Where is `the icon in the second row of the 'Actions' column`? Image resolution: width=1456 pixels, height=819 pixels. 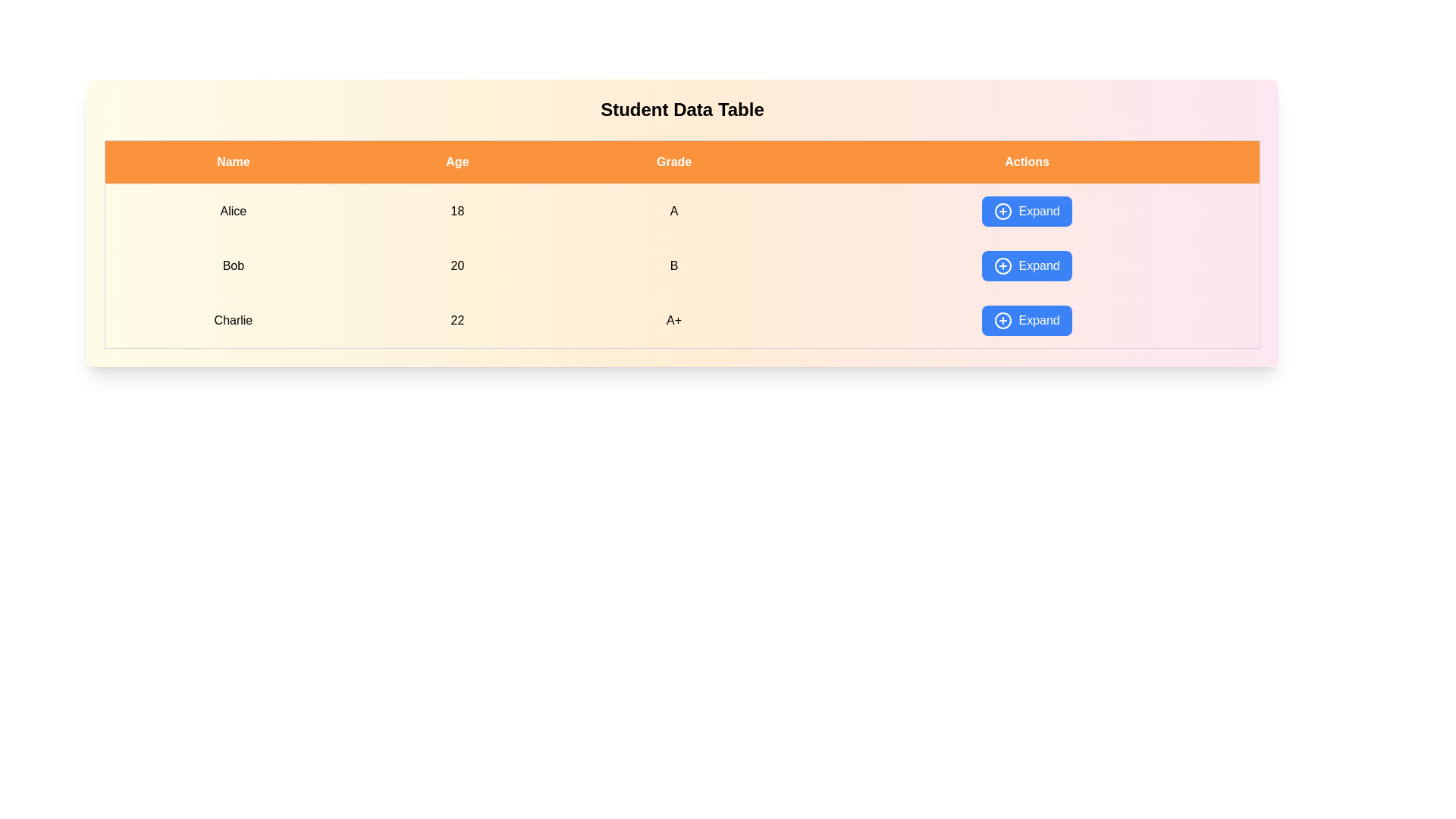
the icon in the second row of the 'Actions' column is located at coordinates (1003, 265).